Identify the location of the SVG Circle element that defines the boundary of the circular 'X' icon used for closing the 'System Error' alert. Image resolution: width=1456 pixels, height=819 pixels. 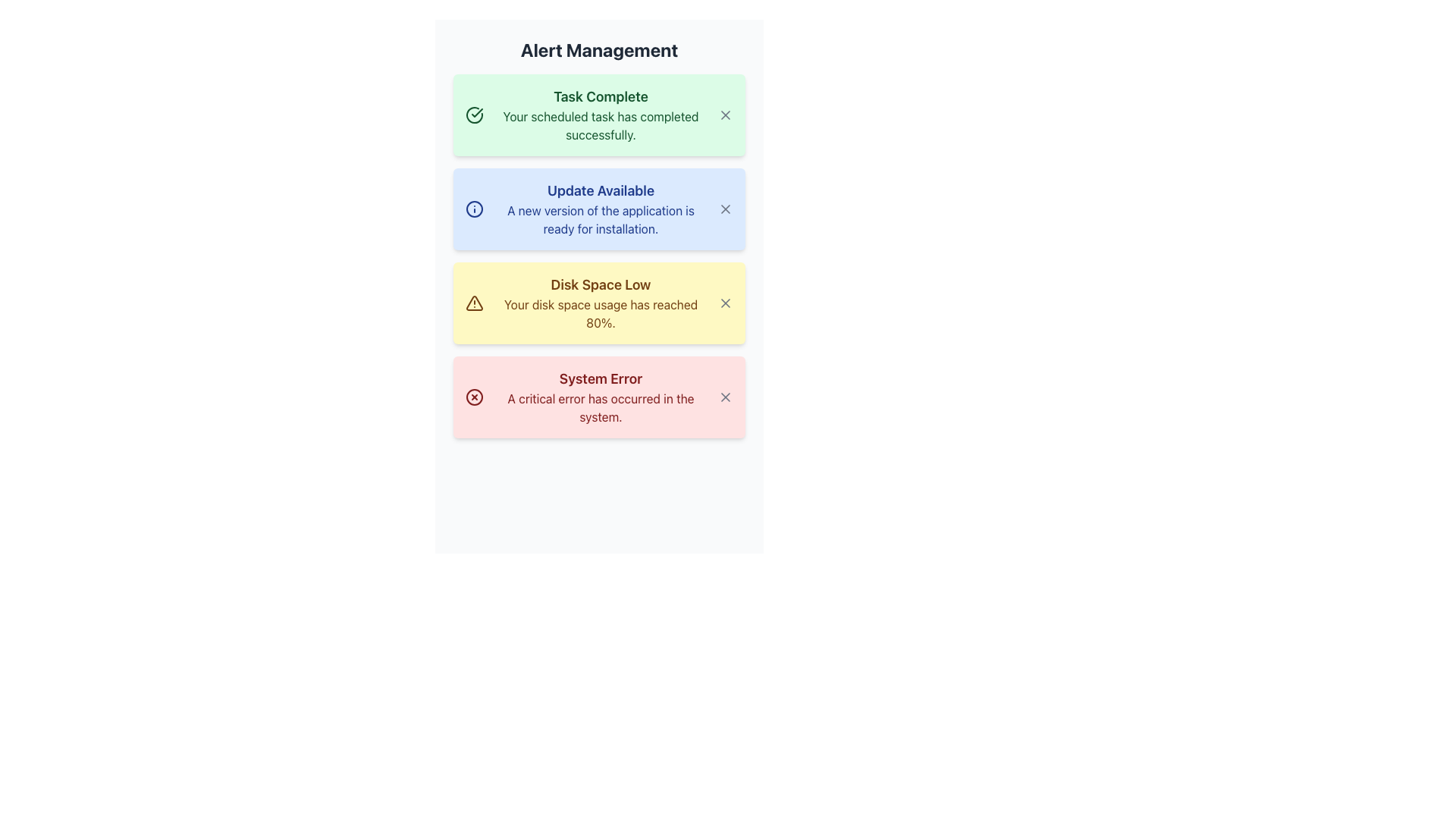
(473, 397).